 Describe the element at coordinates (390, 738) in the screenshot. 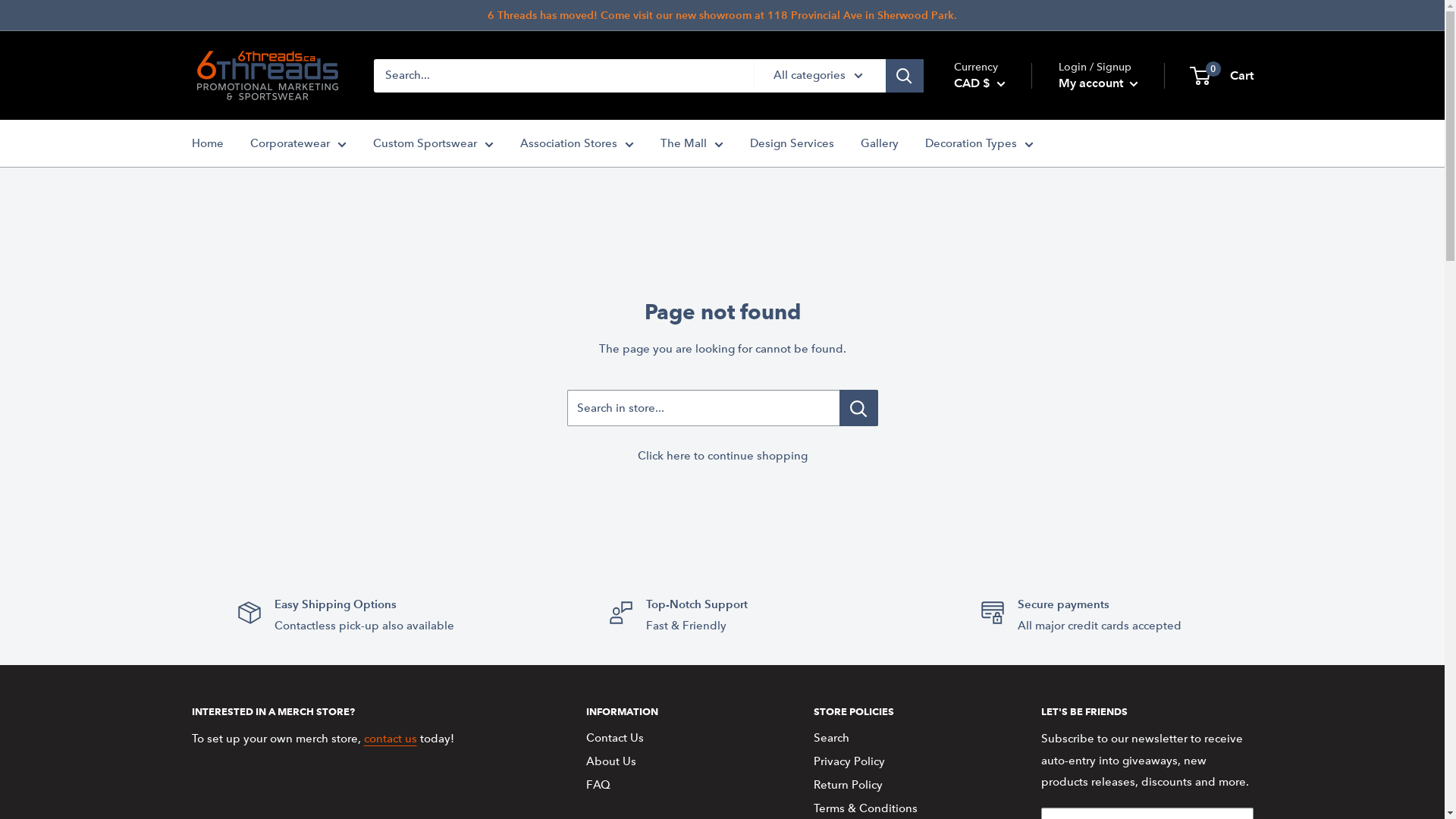

I see `'contact us'` at that location.